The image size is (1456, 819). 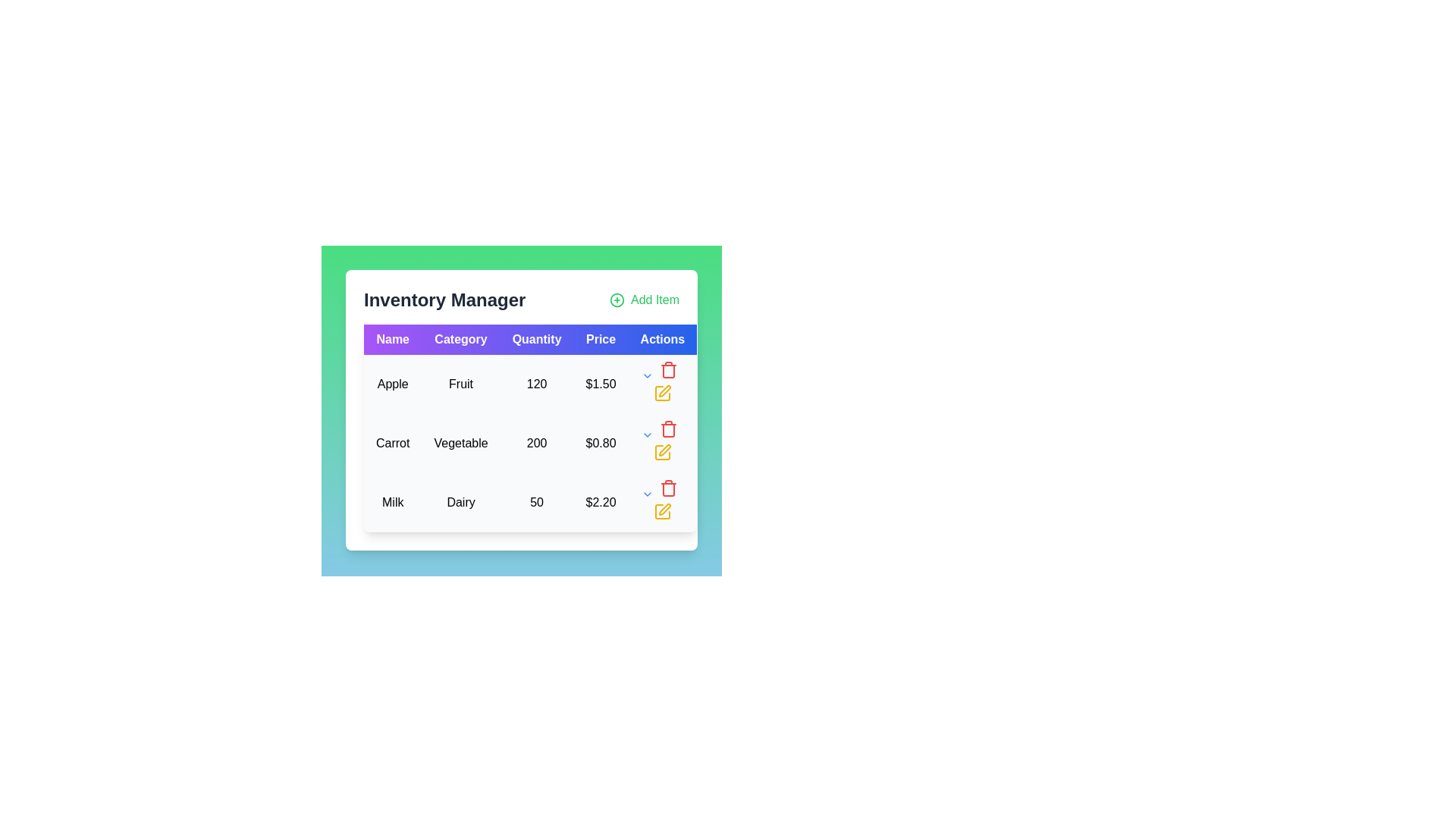 What do you see at coordinates (600, 503) in the screenshot?
I see `the static text label displaying the price information for Milk, which shows $2.20 in the Price column of the table` at bounding box center [600, 503].